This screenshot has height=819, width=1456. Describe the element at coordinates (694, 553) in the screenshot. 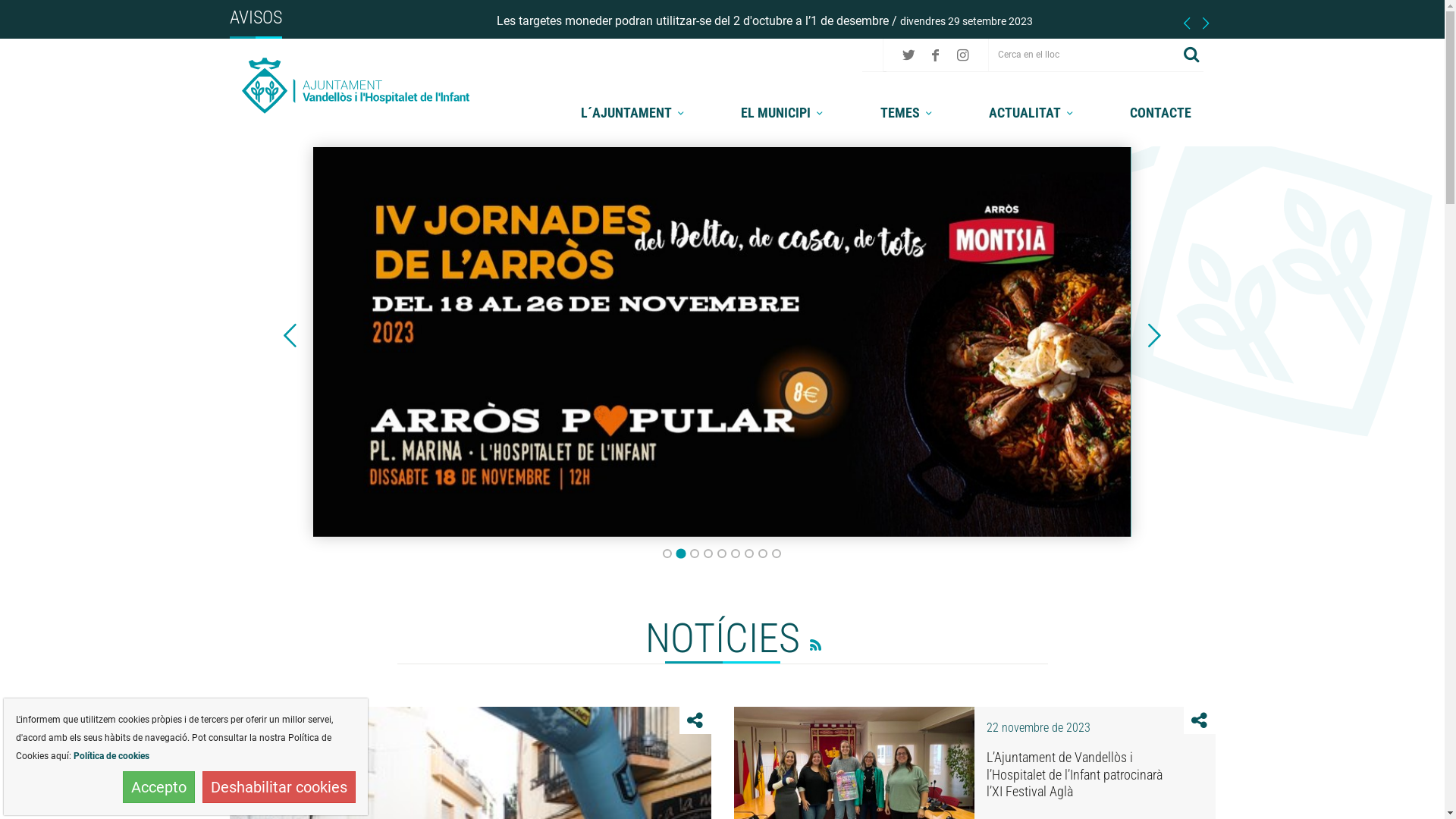

I see `'3'` at that location.